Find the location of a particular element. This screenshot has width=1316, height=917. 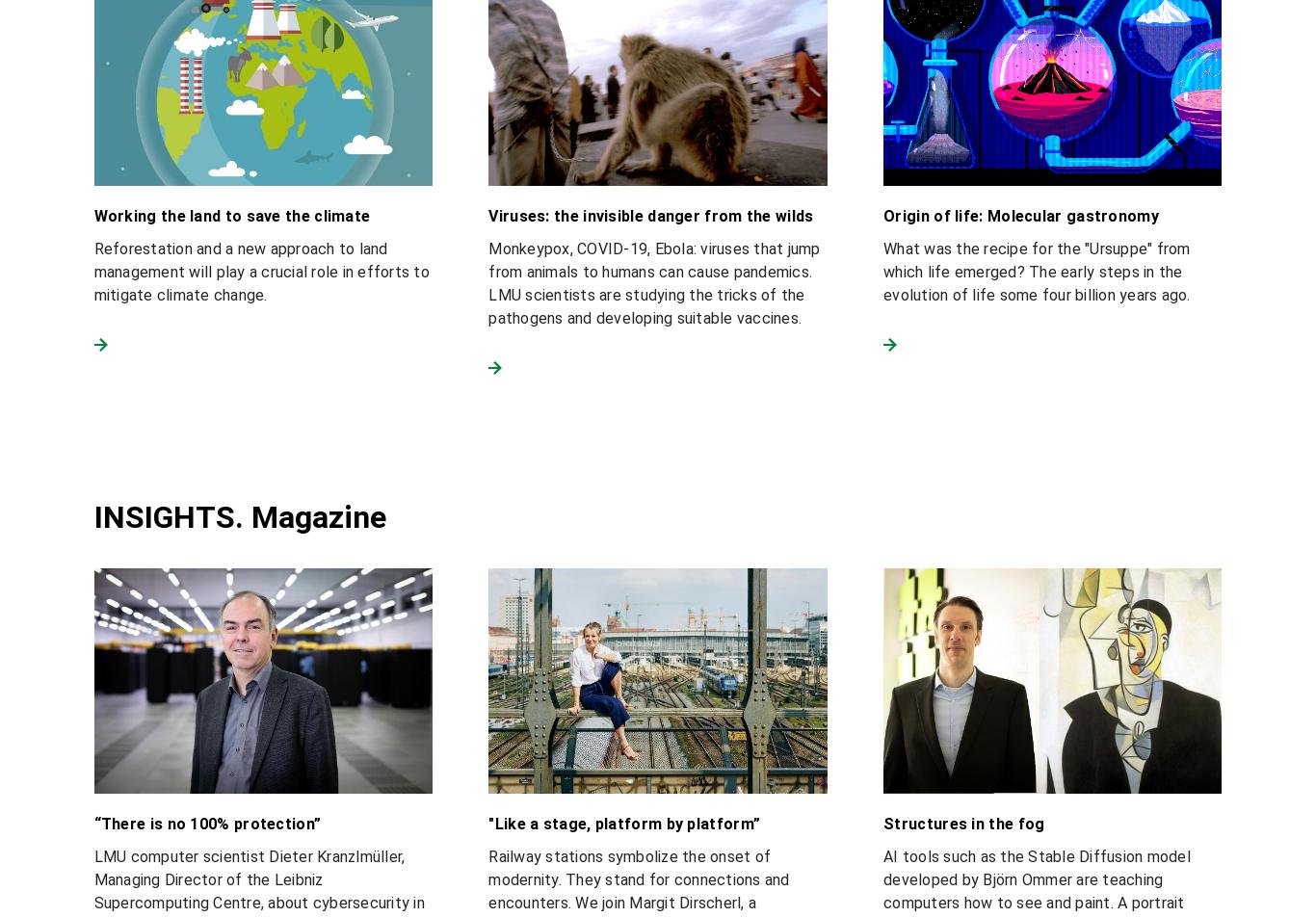

'“There is no 100% protection”' is located at coordinates (206, 824).